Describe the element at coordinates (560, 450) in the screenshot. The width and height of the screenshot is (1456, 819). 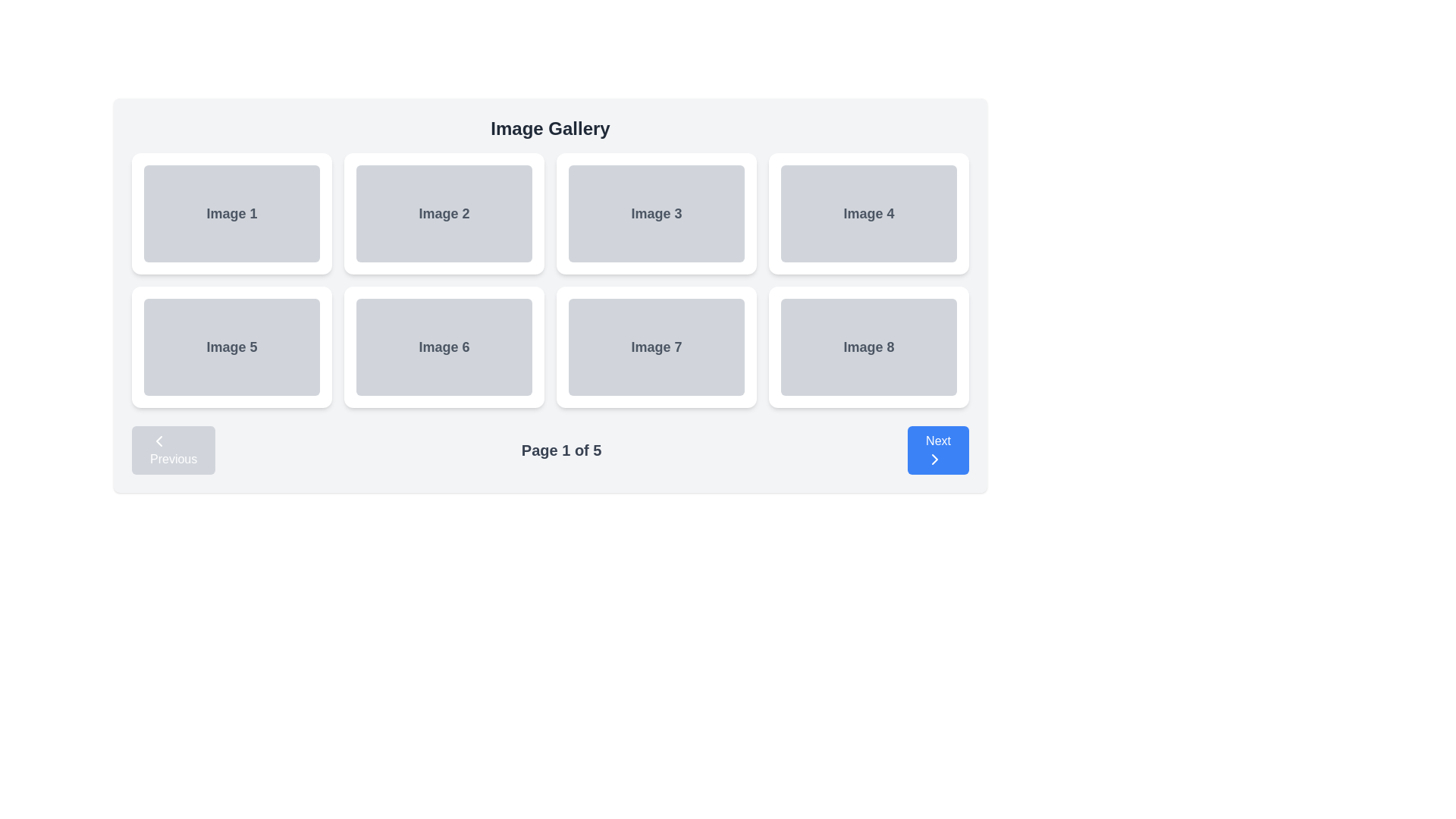
I see `the text label displaying 'Page 1 of 5', which is styled with a larger font size, gray color, and bold text, located in the central section of the navigation bar below the grid of image thumbnails` at that location.